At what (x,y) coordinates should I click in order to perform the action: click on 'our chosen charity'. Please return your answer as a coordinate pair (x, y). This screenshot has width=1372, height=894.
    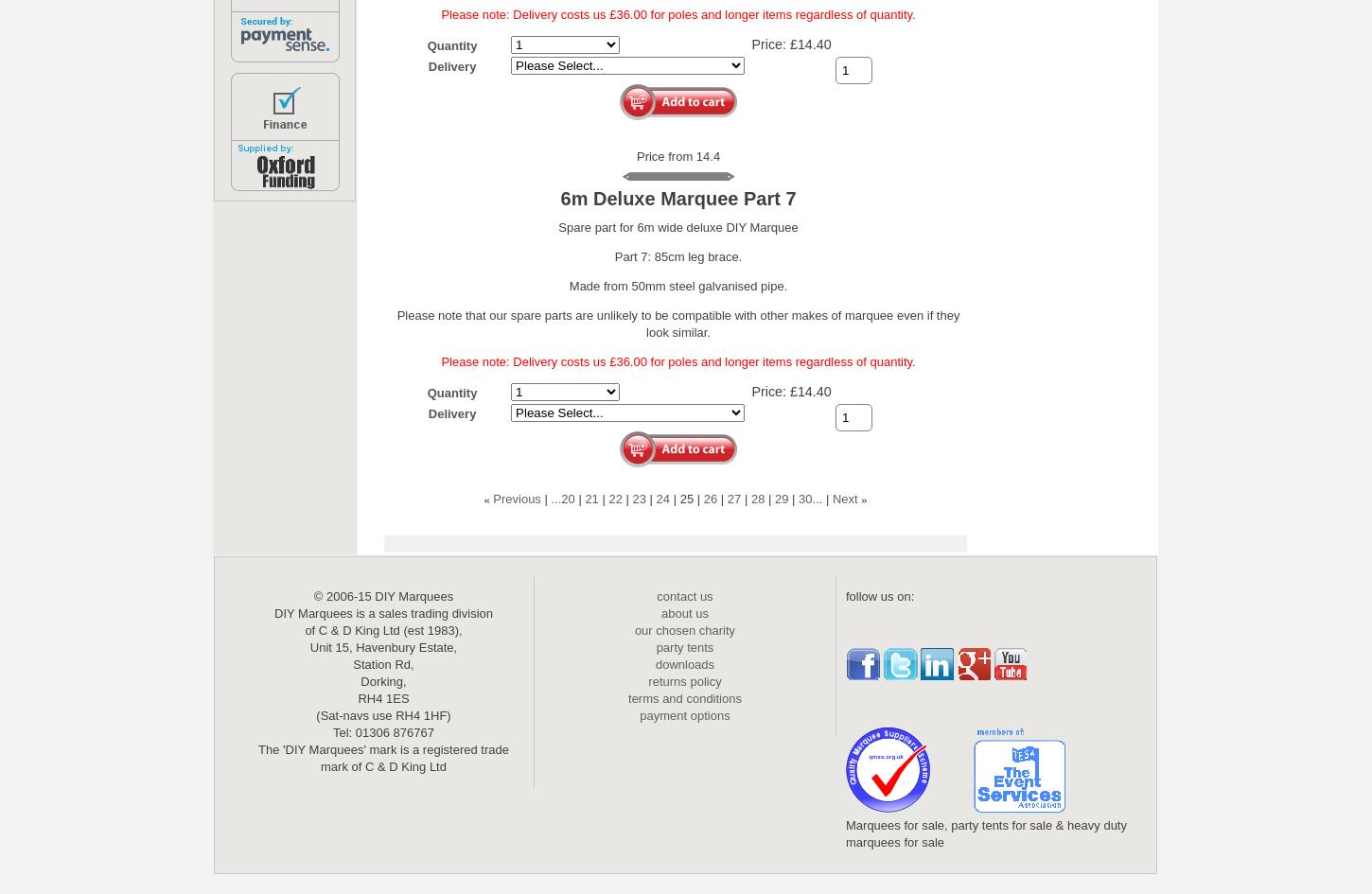
    Looking at the image, I should click on (683, 629).